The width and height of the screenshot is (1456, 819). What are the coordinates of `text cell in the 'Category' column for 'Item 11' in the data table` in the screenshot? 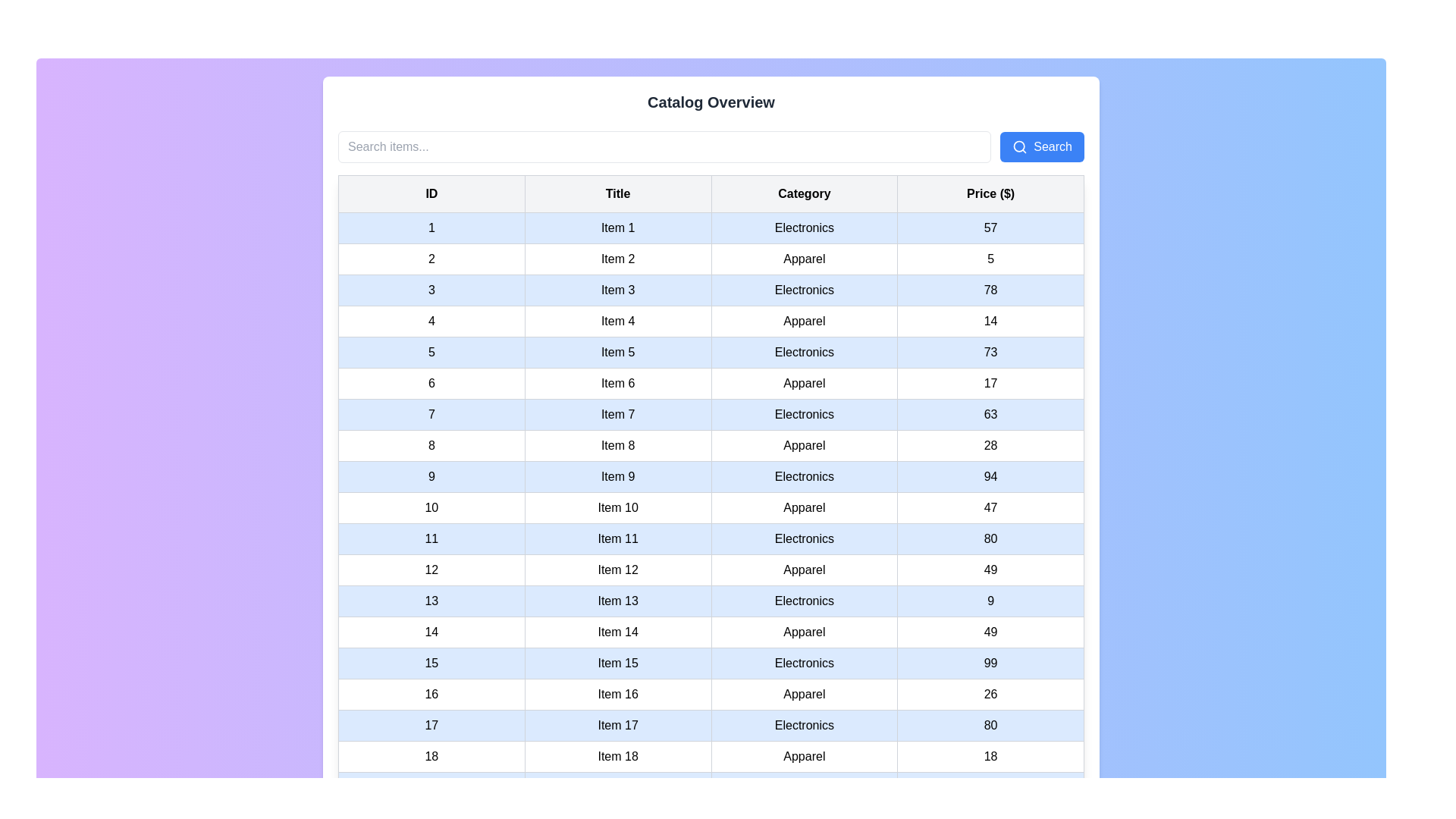 It's located at (803, 538).